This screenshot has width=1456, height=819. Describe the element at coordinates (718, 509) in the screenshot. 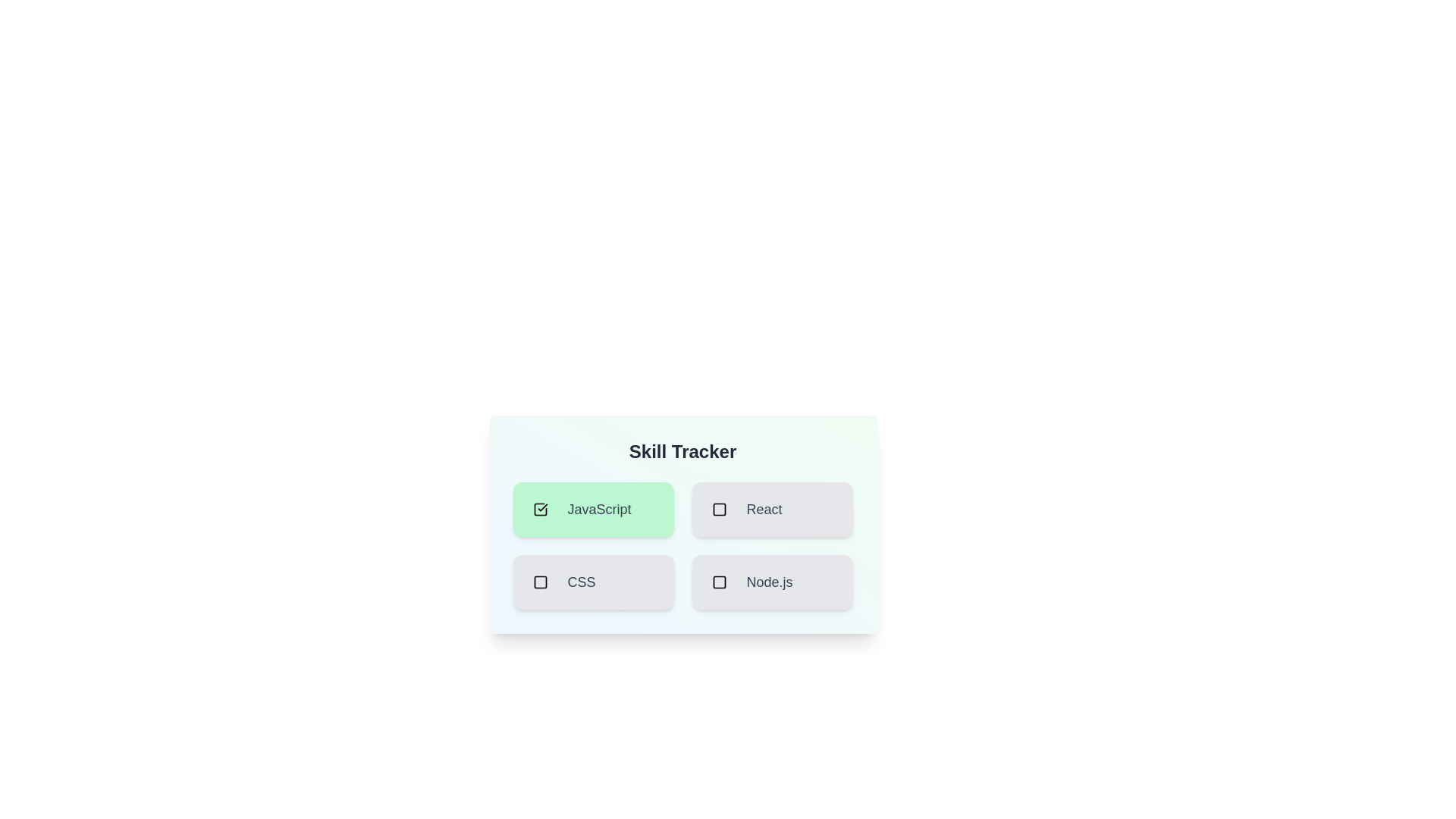

I see `the skill React by clicking its checkbox` at that location.